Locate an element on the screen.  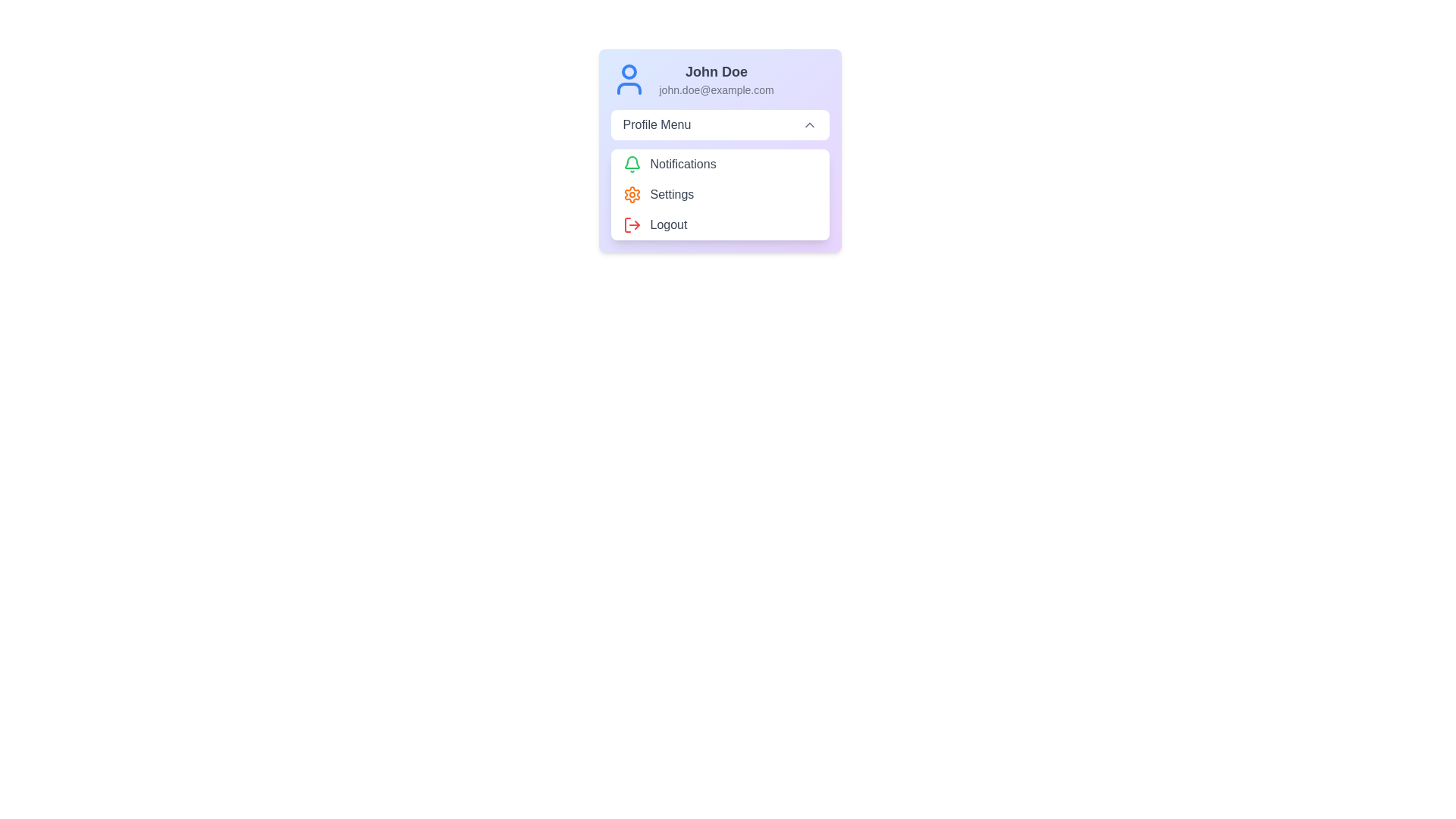
the 'Logout' menu item, which is the last item in a vertical dropdown menu styled in red with an arrow icon indicating exit is located at coordinates (719, 225).